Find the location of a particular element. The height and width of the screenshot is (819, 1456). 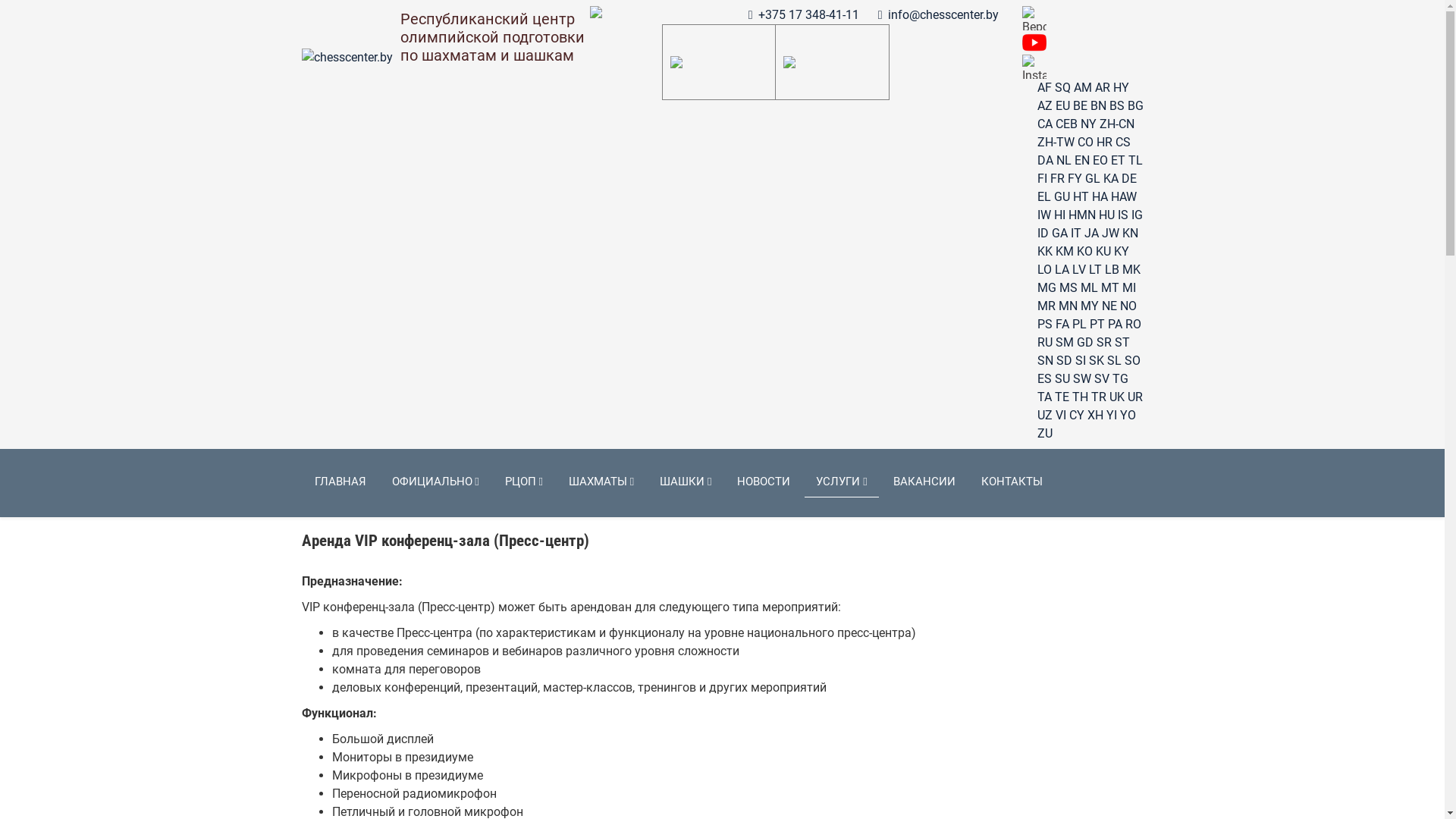

'BN' is located at coordinates (1098, 105).